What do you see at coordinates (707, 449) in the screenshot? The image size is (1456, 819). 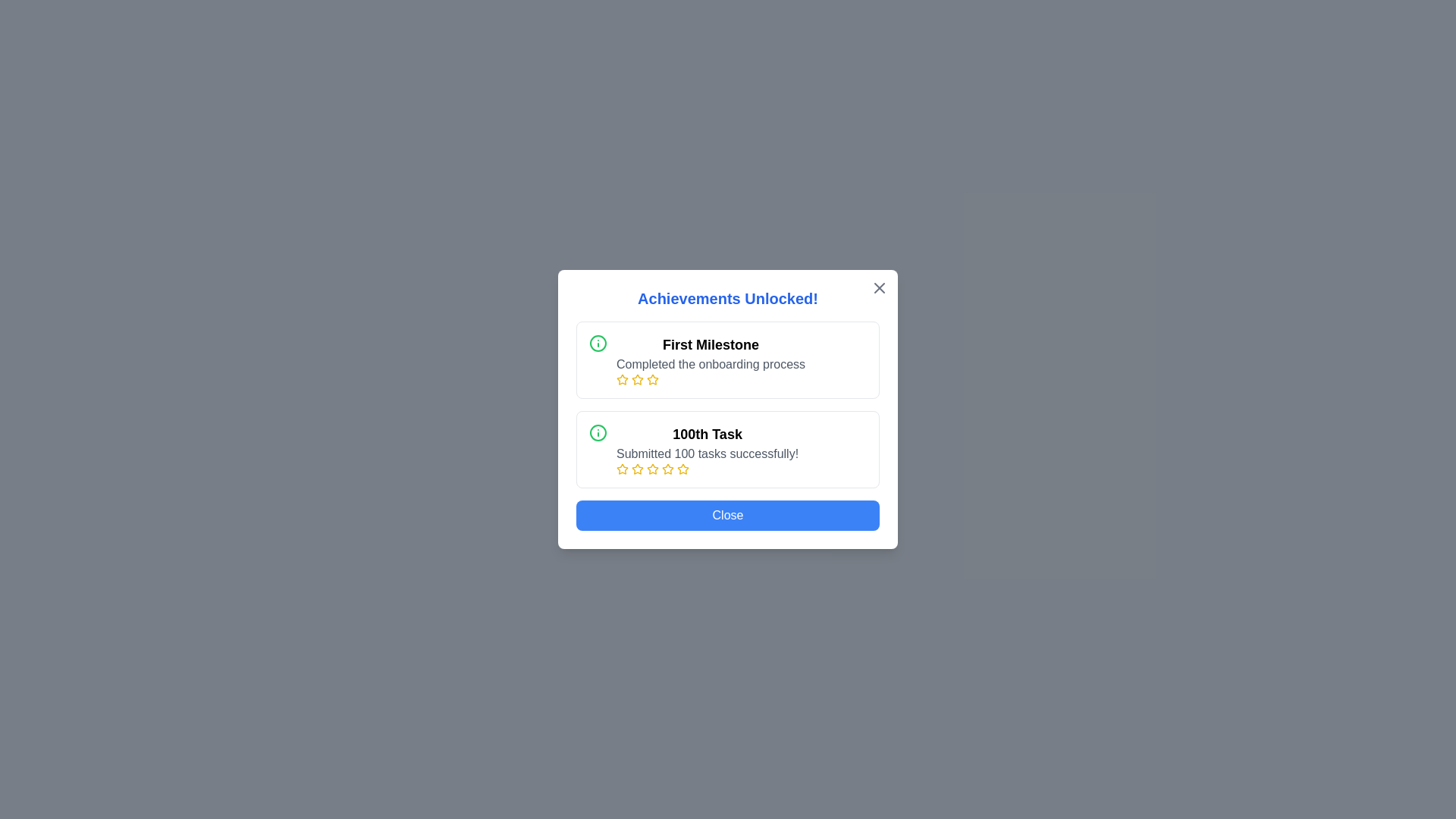 I see `the yellow star icons associated with the '100th Task' text block located in the achievements section of the interface` at bounding box center [707, 449].